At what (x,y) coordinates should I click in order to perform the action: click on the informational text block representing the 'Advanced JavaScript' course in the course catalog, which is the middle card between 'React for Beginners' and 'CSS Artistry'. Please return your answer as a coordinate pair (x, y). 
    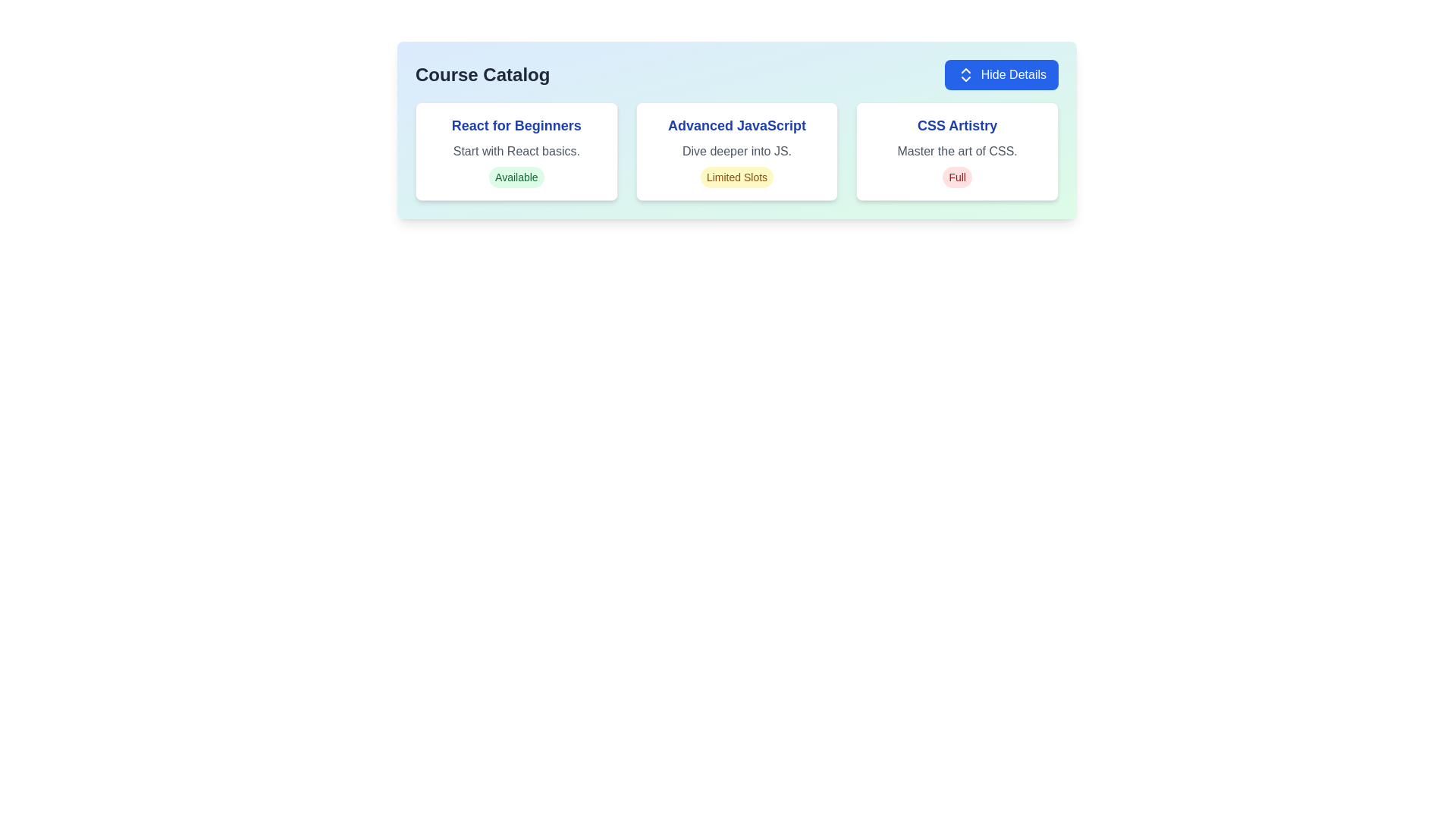
    Looking at the image, I should click on (736, 152).